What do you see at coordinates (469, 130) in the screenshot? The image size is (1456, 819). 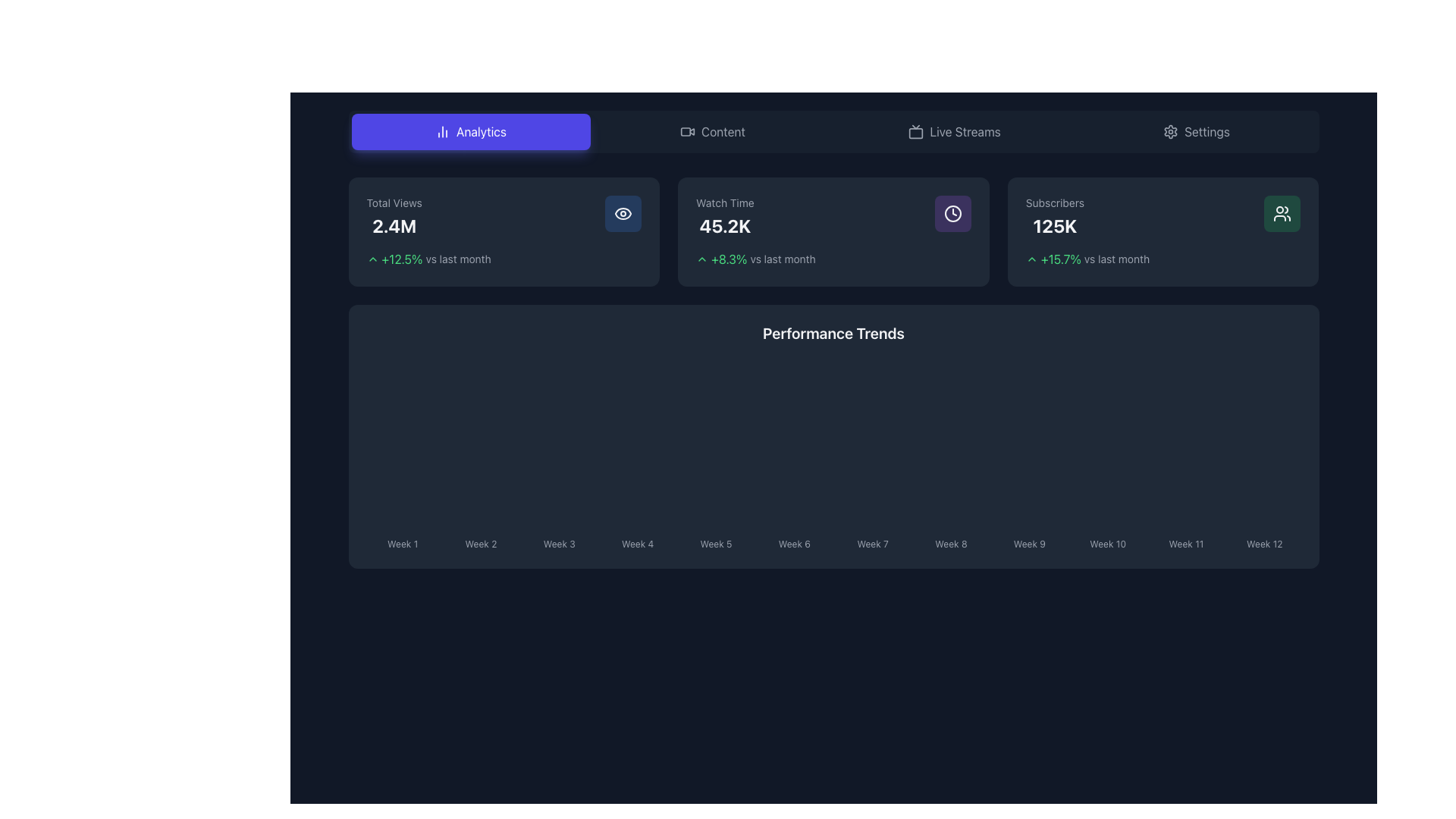 I see `the 'Analytics' button, which has a purple background with white text and an icon of a bar chart` at bounding box center [469, 130].